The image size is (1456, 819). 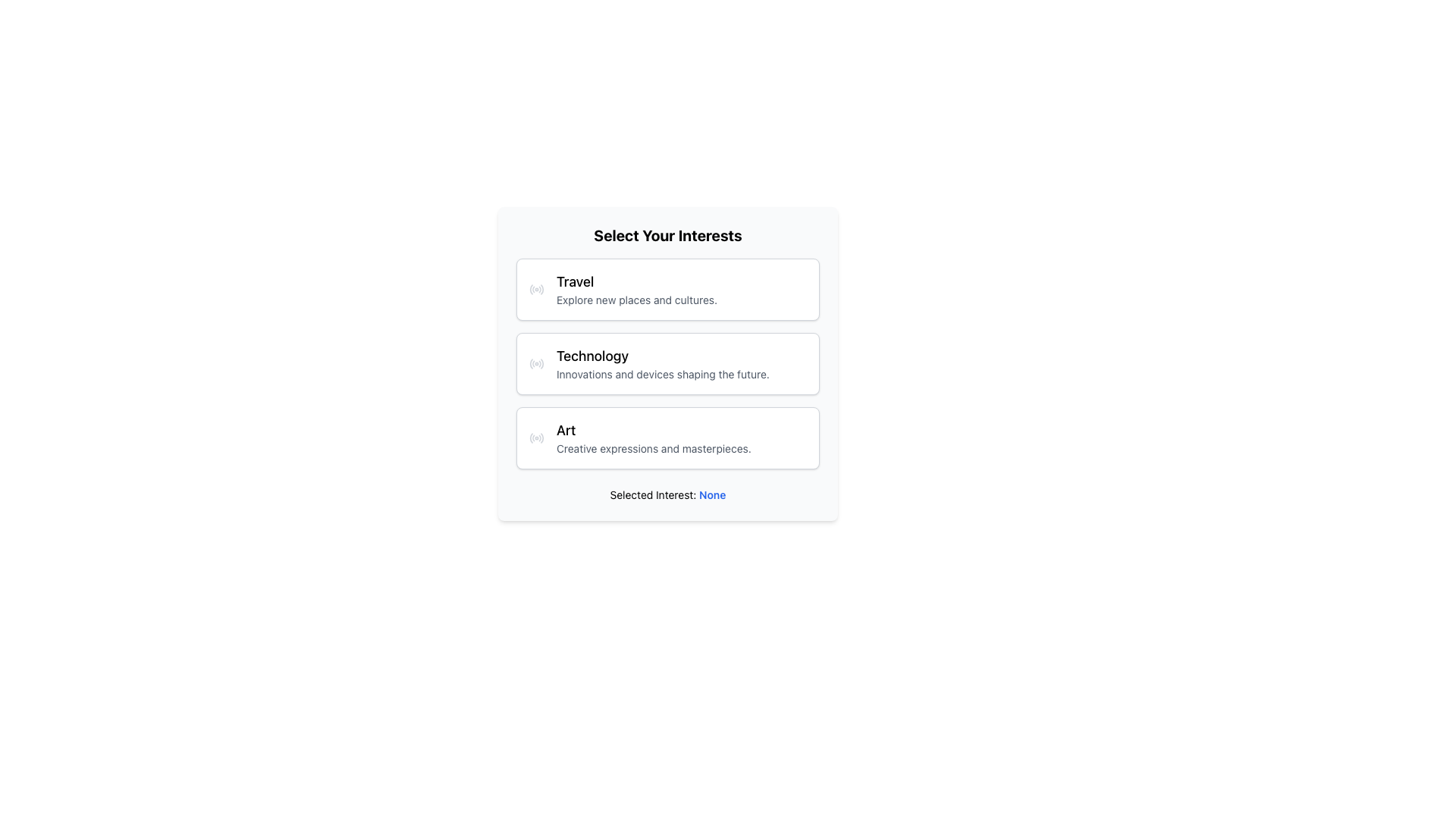 I want to click on the List item titled 'Technology' with a selection icon, so click(x=667, y=363).